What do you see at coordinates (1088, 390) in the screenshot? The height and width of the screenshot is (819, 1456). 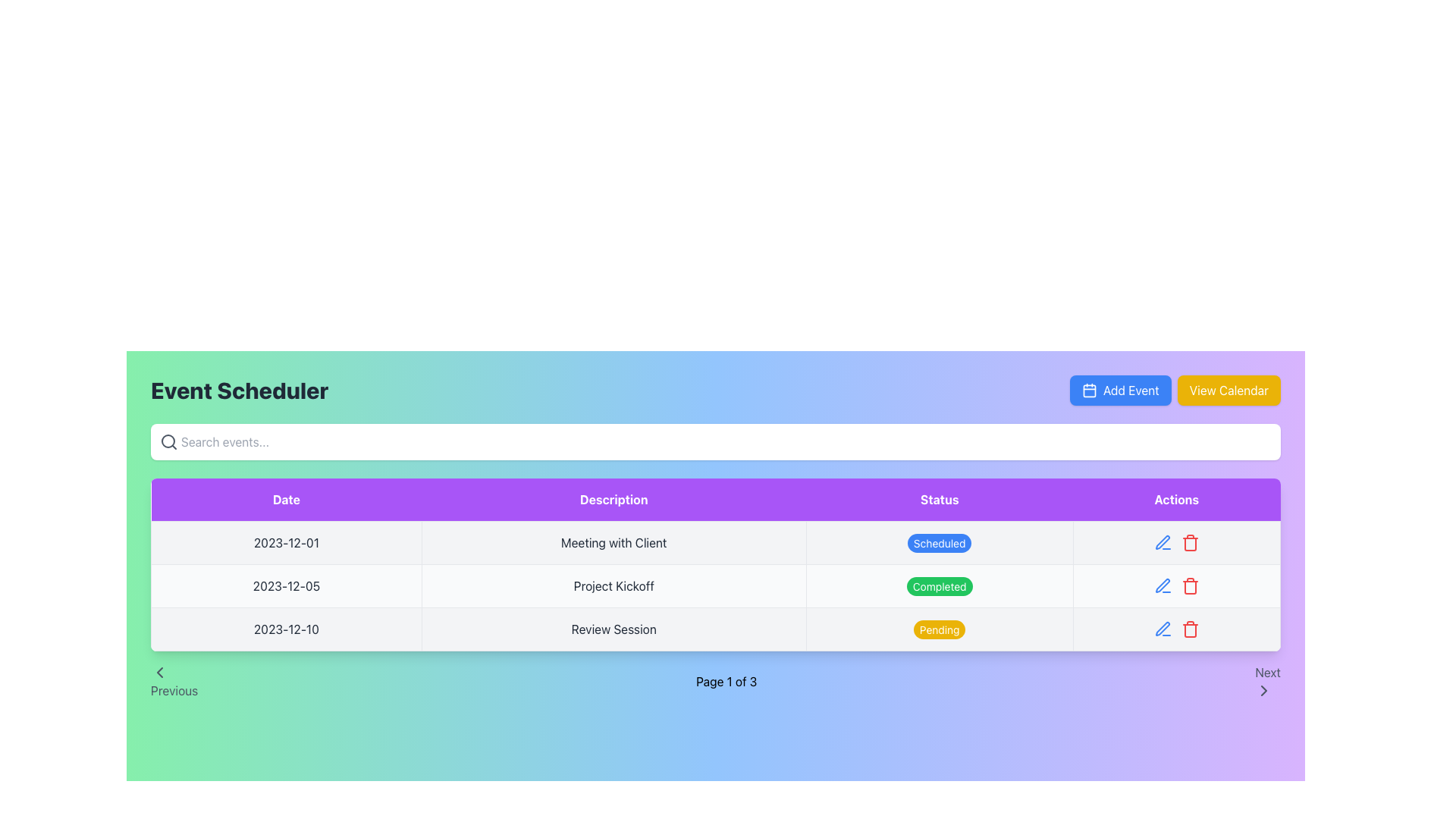 I see `internal rectangular shape of the calendar icon located in the upper-right section of the interface, adjacent to the 'Add Event' button` at bounding box center [1088, 390].